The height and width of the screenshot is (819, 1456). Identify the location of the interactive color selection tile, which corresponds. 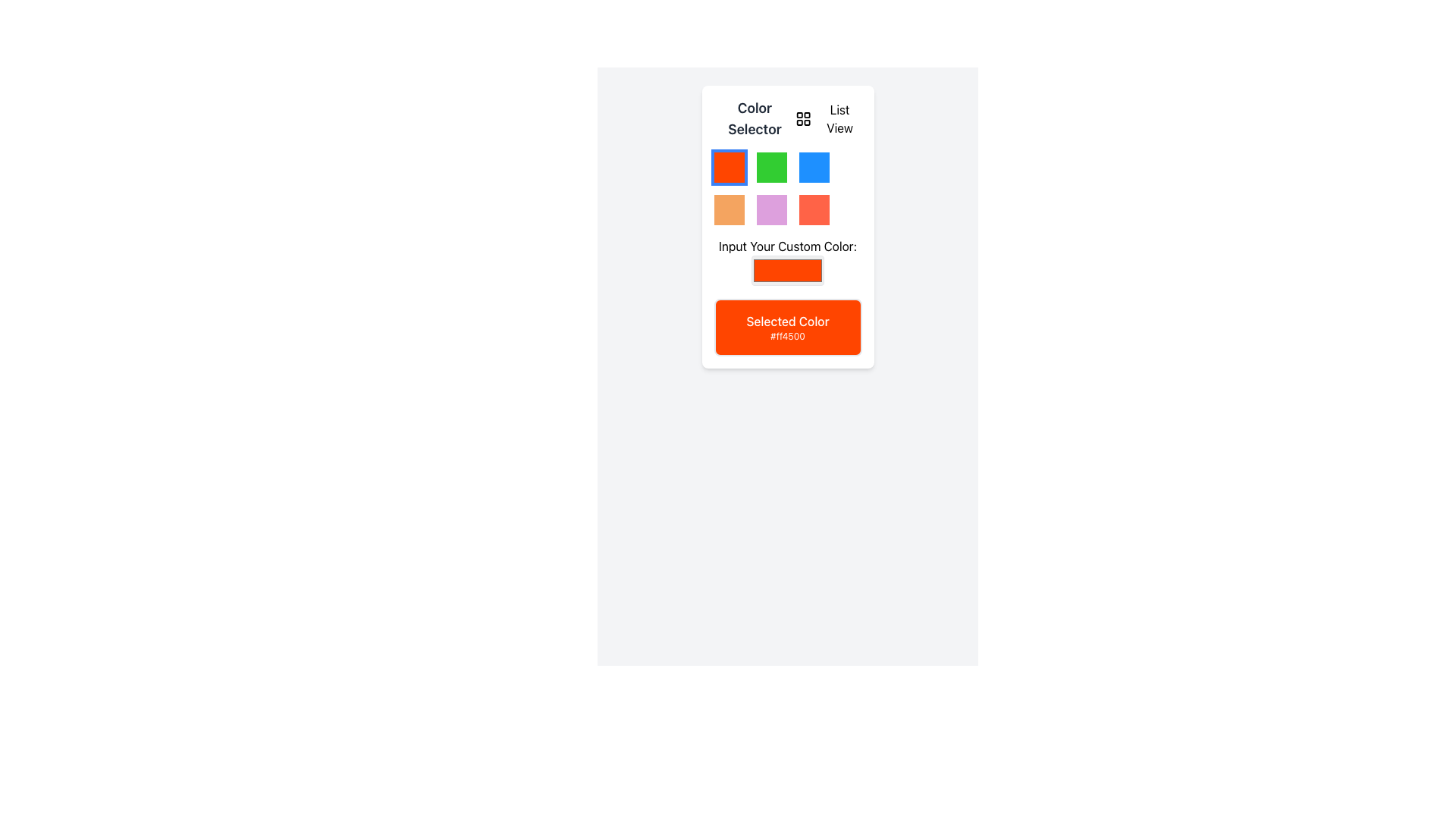
(729, 210).